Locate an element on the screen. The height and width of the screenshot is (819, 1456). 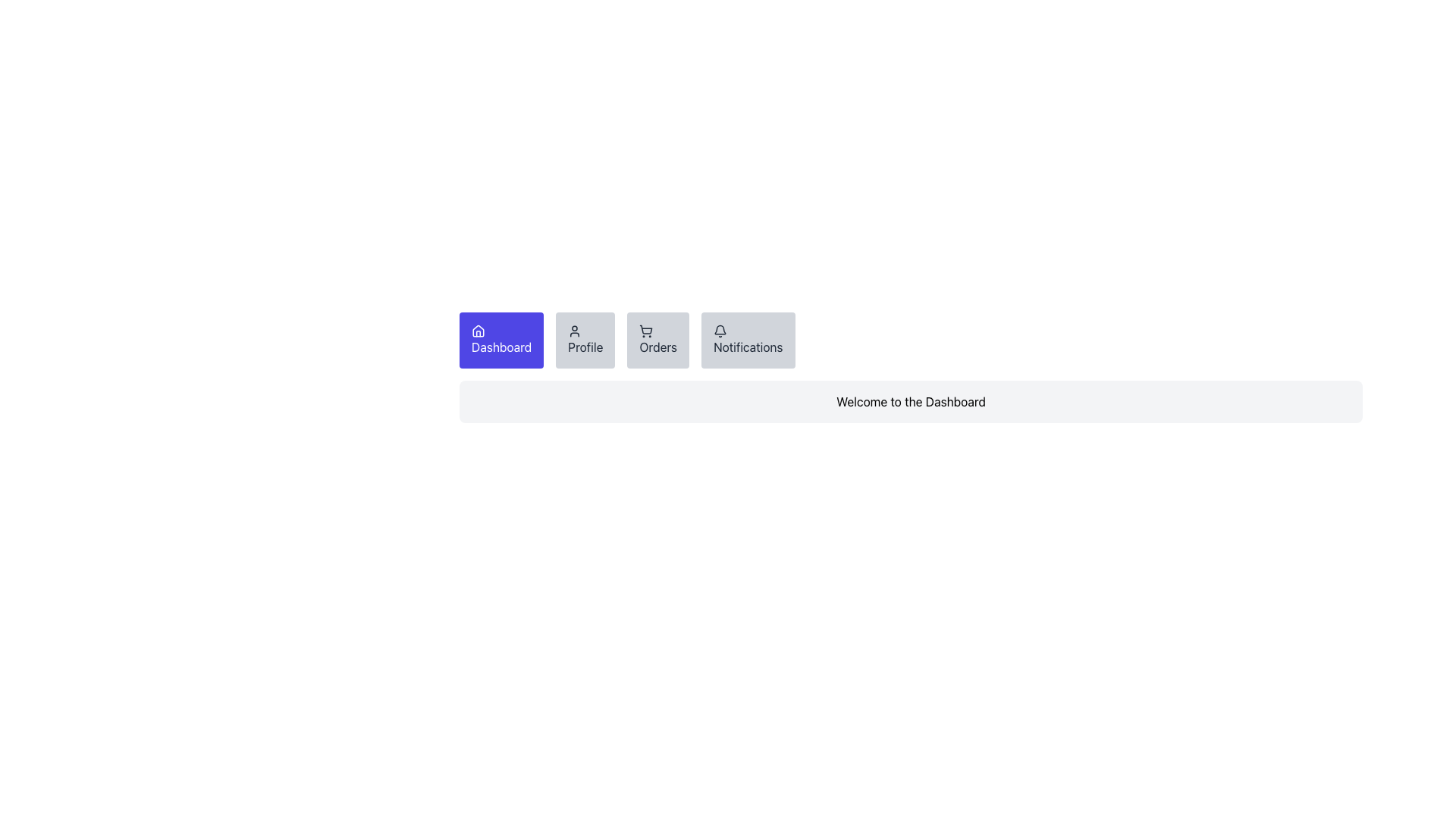
the 'Dashboard' button which contains a house icon on a purple background in the top-left navigation menu is located at coordinates (477, 330).